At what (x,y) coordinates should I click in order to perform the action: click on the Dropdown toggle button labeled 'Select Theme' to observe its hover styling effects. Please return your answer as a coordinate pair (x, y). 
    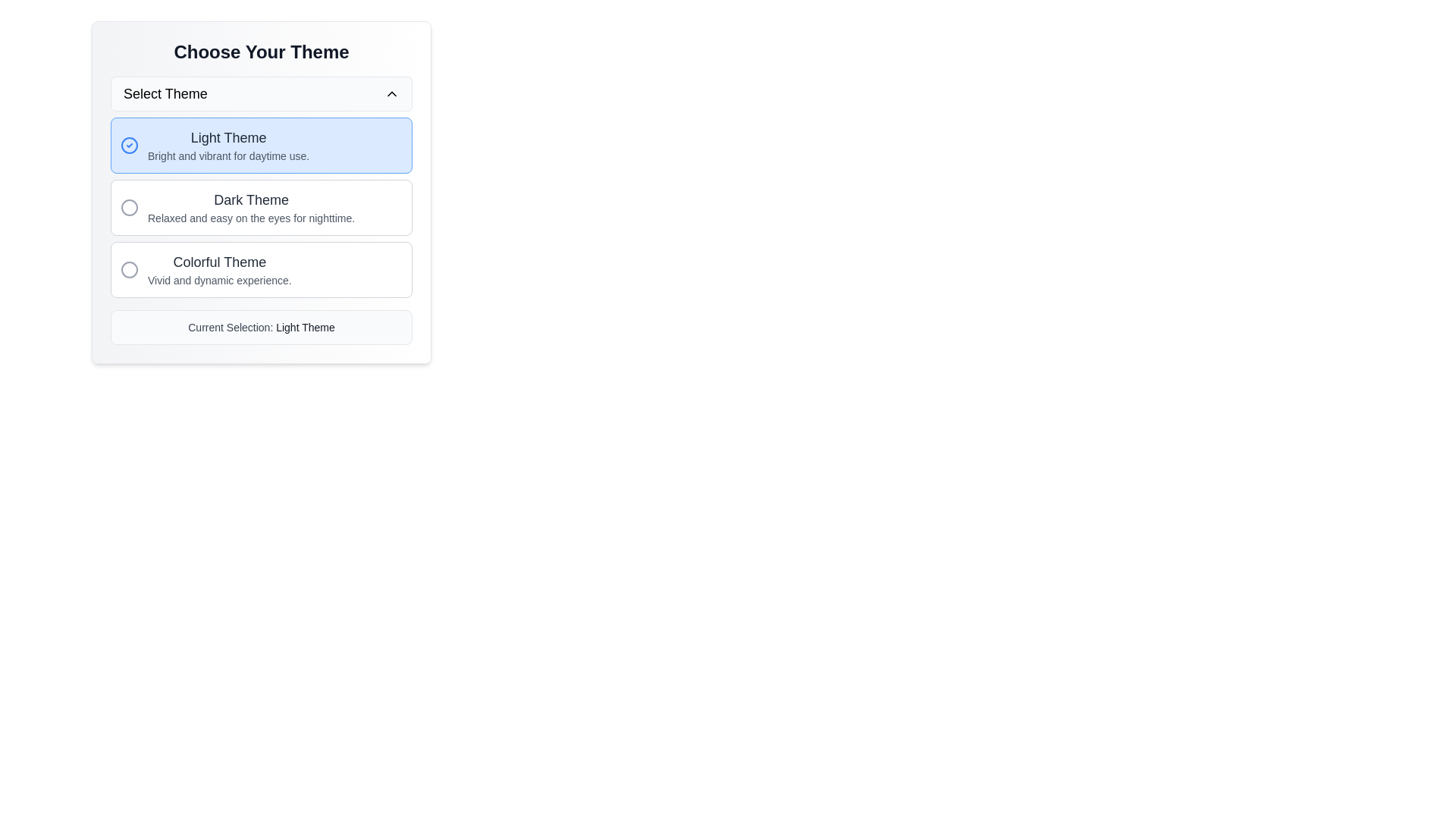
    Looking at the image, I should click on (262, 93).